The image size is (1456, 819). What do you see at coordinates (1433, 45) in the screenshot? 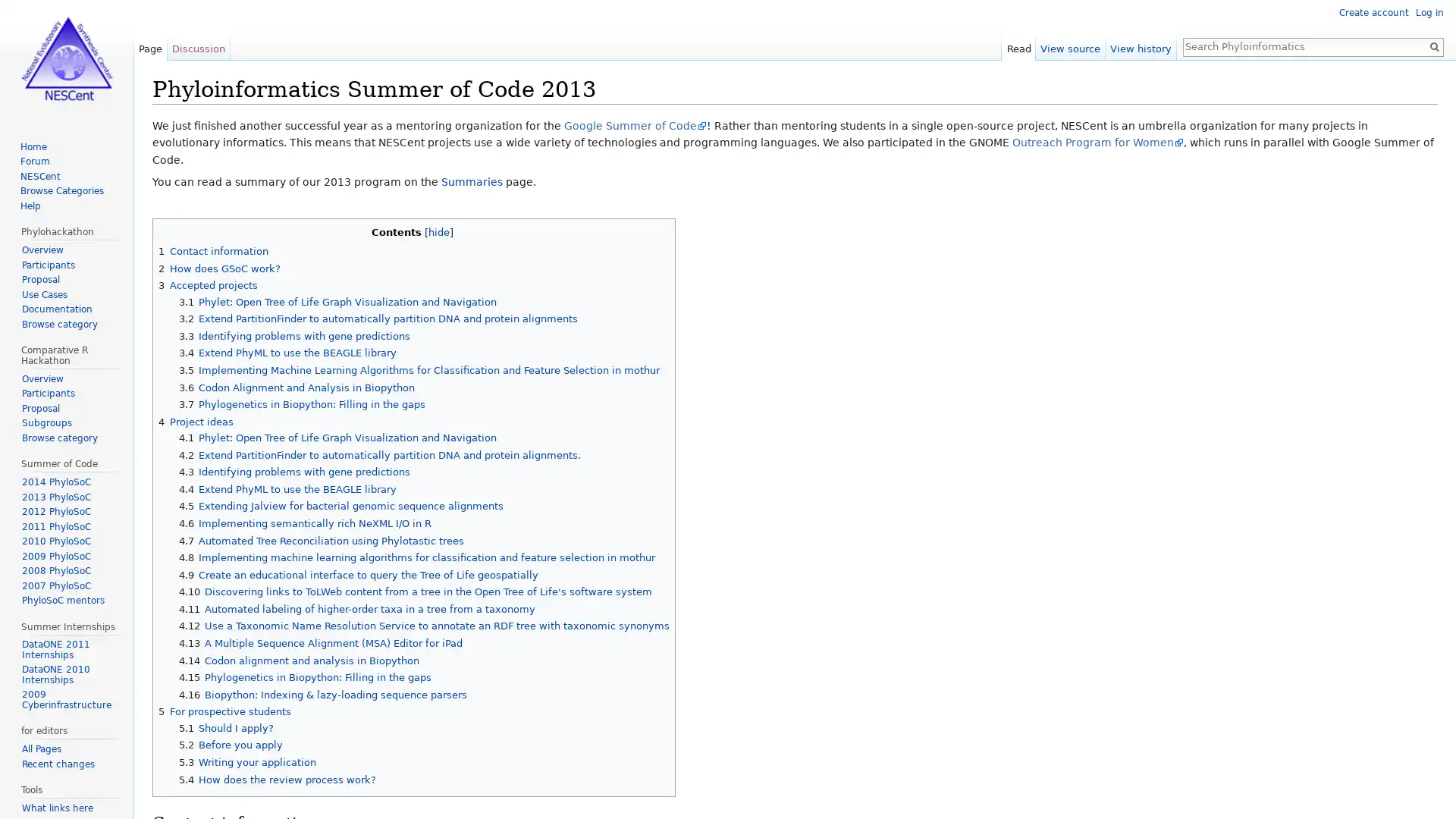
I see `Go` at bounding box center [1433, 45].